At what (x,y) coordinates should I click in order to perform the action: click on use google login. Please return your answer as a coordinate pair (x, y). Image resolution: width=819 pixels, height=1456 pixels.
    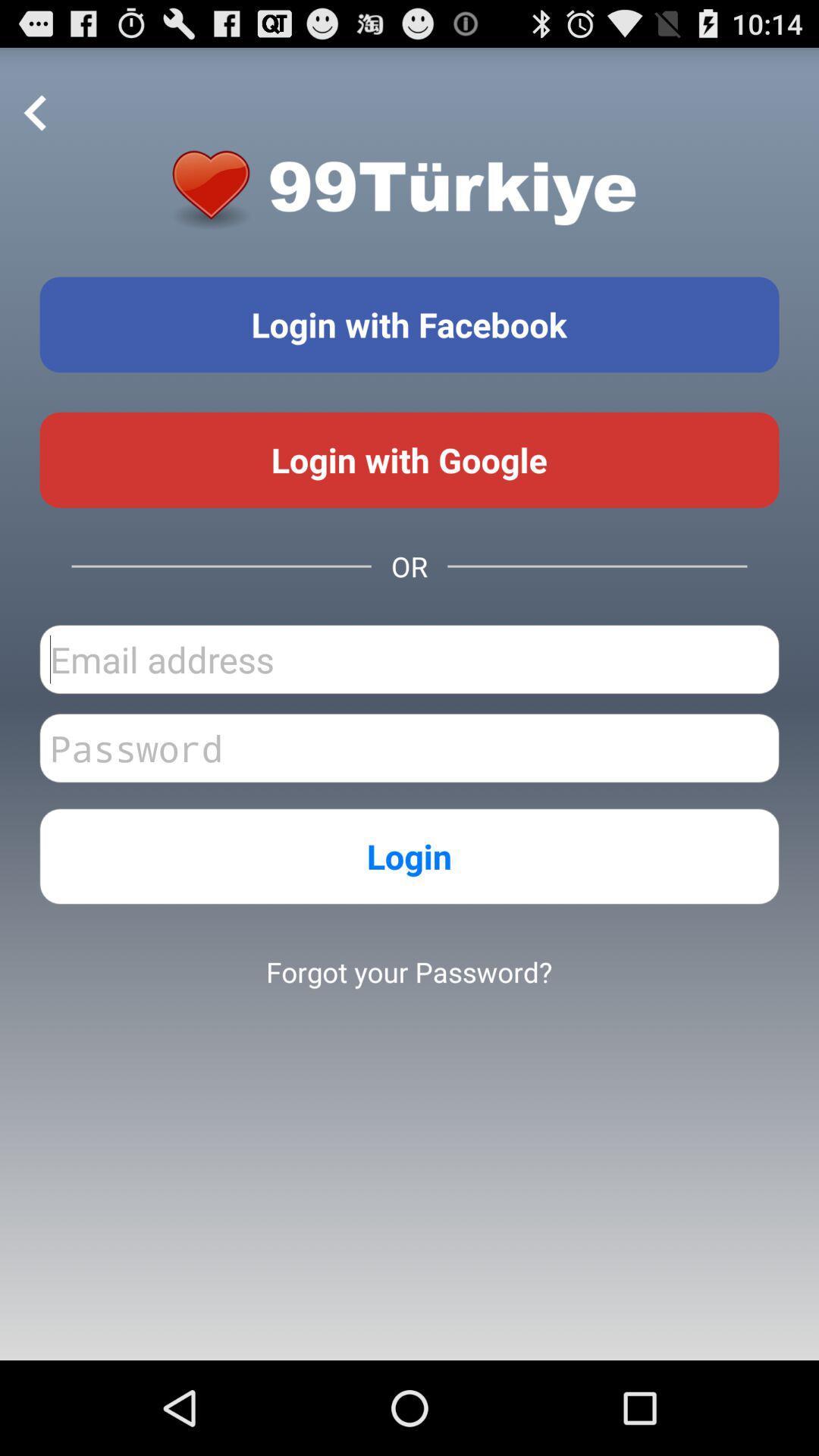
    Looking at the image, I should click on (409, 459).